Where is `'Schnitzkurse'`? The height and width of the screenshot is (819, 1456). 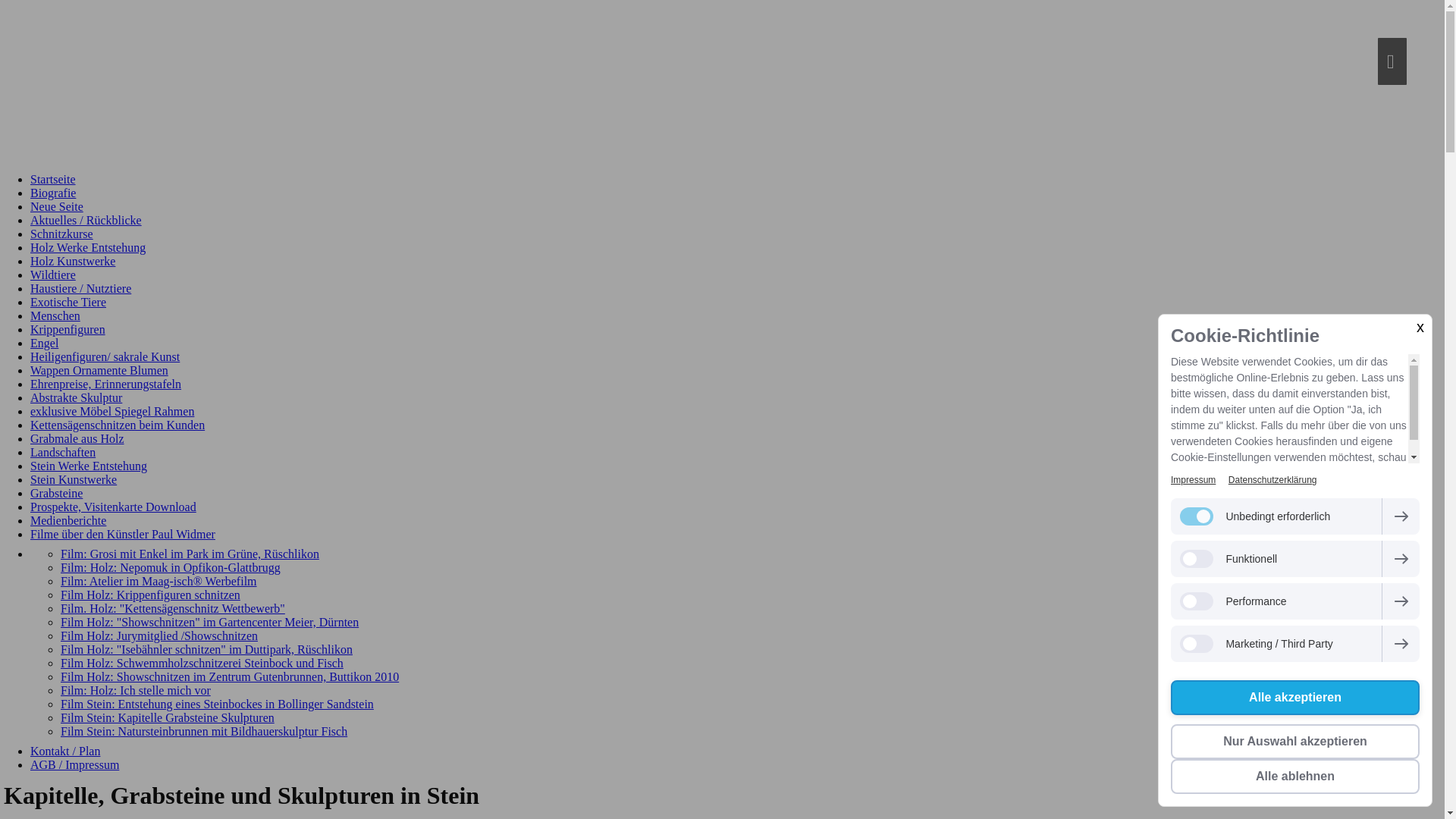
'Schnitzkurse' is located at coordinates (61, 234).